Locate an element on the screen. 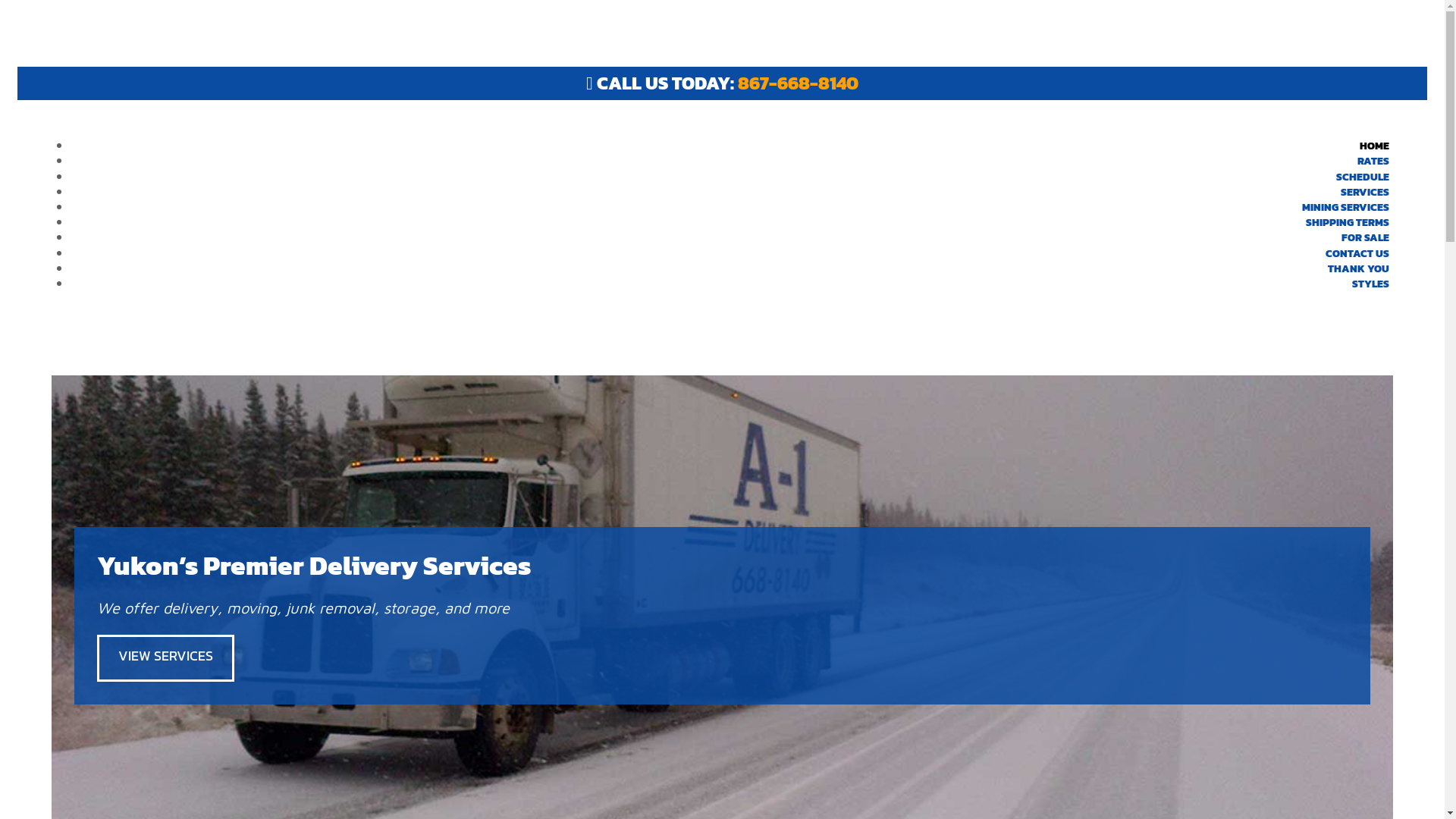 Image resolution: width=1456 pixels, height=819 pixels. 'VIEW SERVICES' is located at coordinates (96, 657).